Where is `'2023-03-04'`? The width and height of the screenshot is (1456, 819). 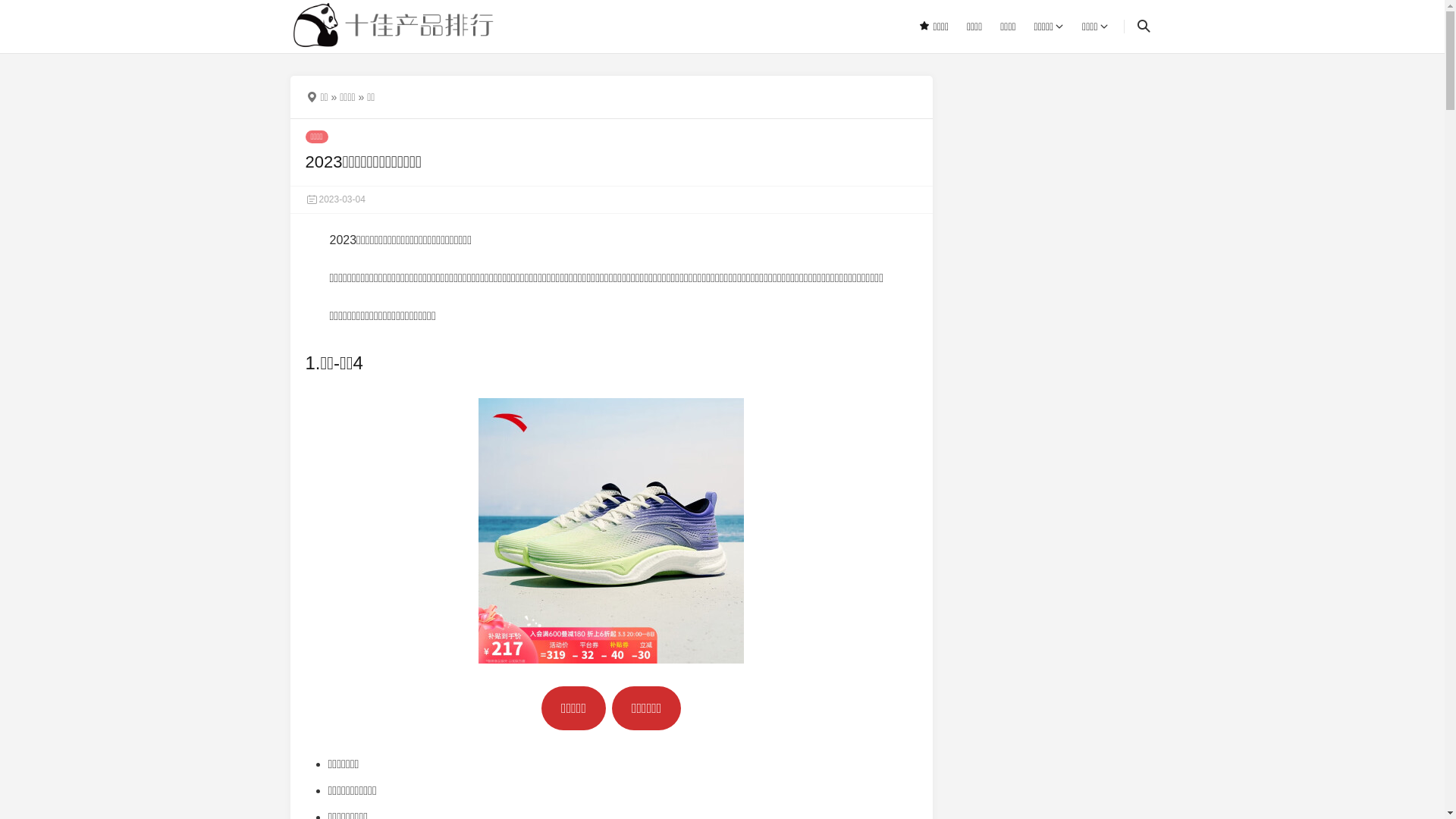 '2023-03-04' is located at coordinates (334, 198).